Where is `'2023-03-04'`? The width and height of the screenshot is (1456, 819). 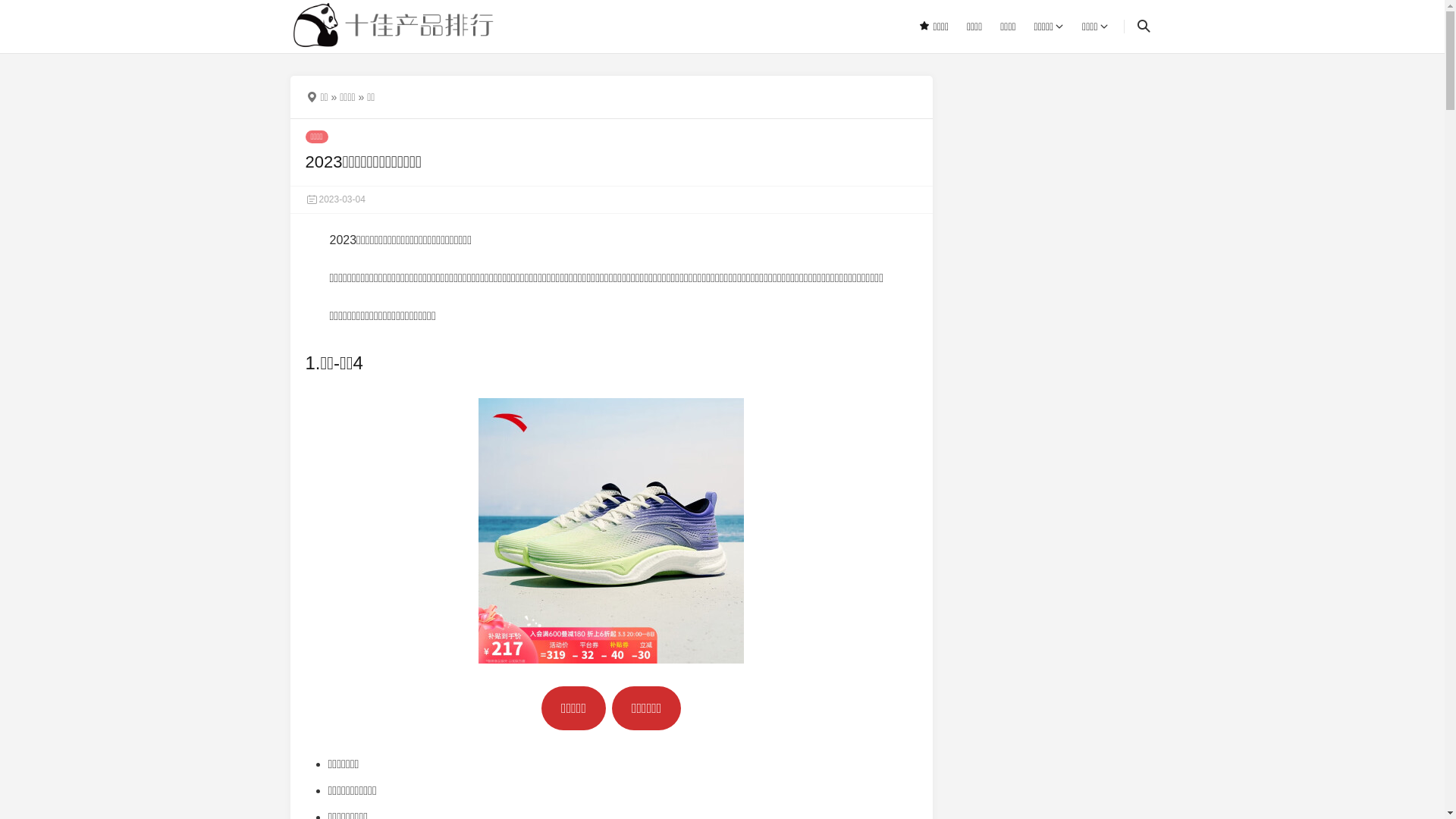 '2023-03-04' is located at coordinates (334, 198).